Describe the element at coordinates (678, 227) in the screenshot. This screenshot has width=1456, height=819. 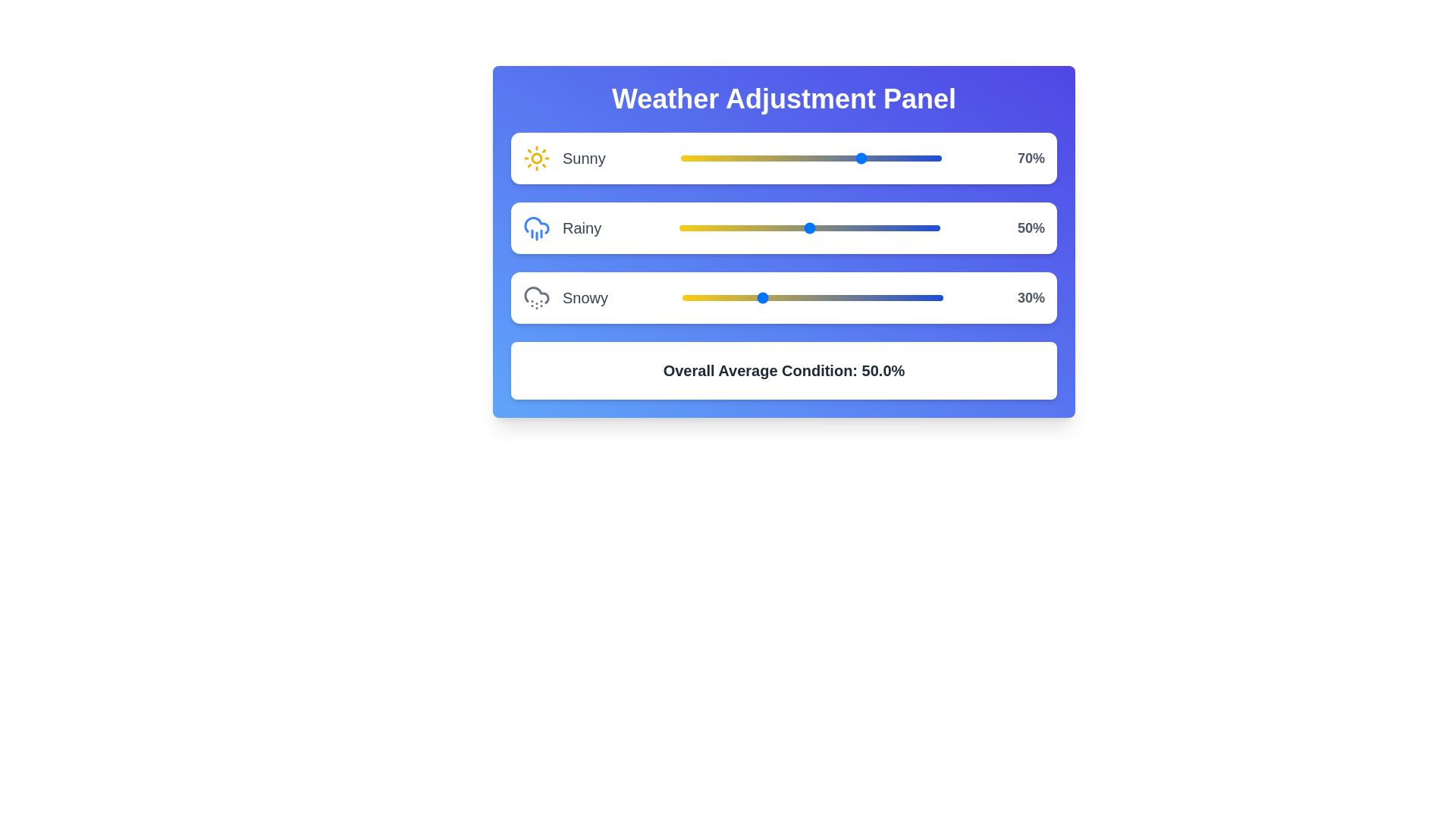
I see `the 'Rainy' slider` at that location.